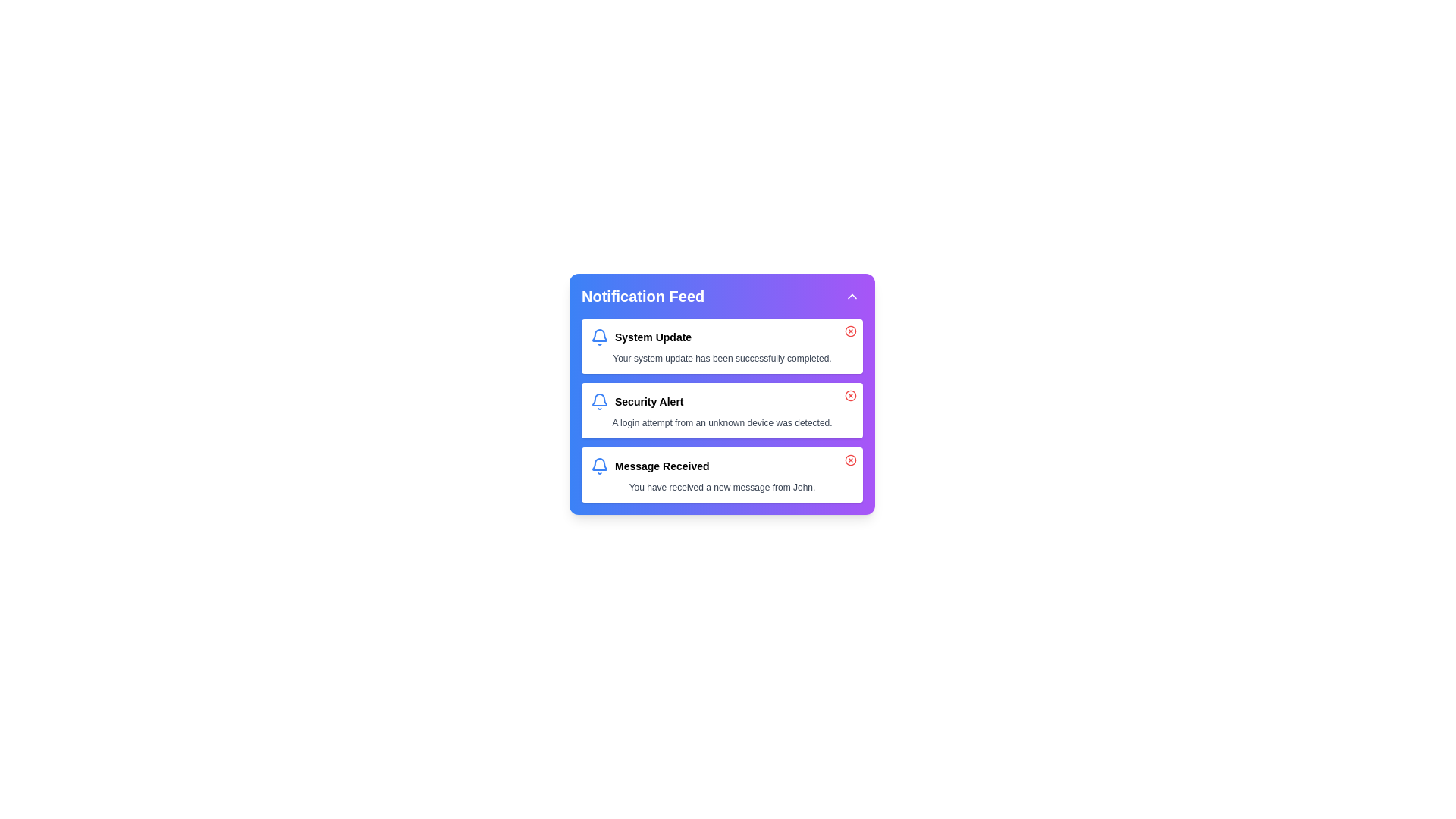 Image resolution: width=1456 pixels, height=819 pixels. What do you see at coordinates (721, 410) in the screenshot?
I see `information displayed in the notification alerting about a security-related event, which is the second entry in the 'Notification Feed' list` at bounding box center [721, 410].